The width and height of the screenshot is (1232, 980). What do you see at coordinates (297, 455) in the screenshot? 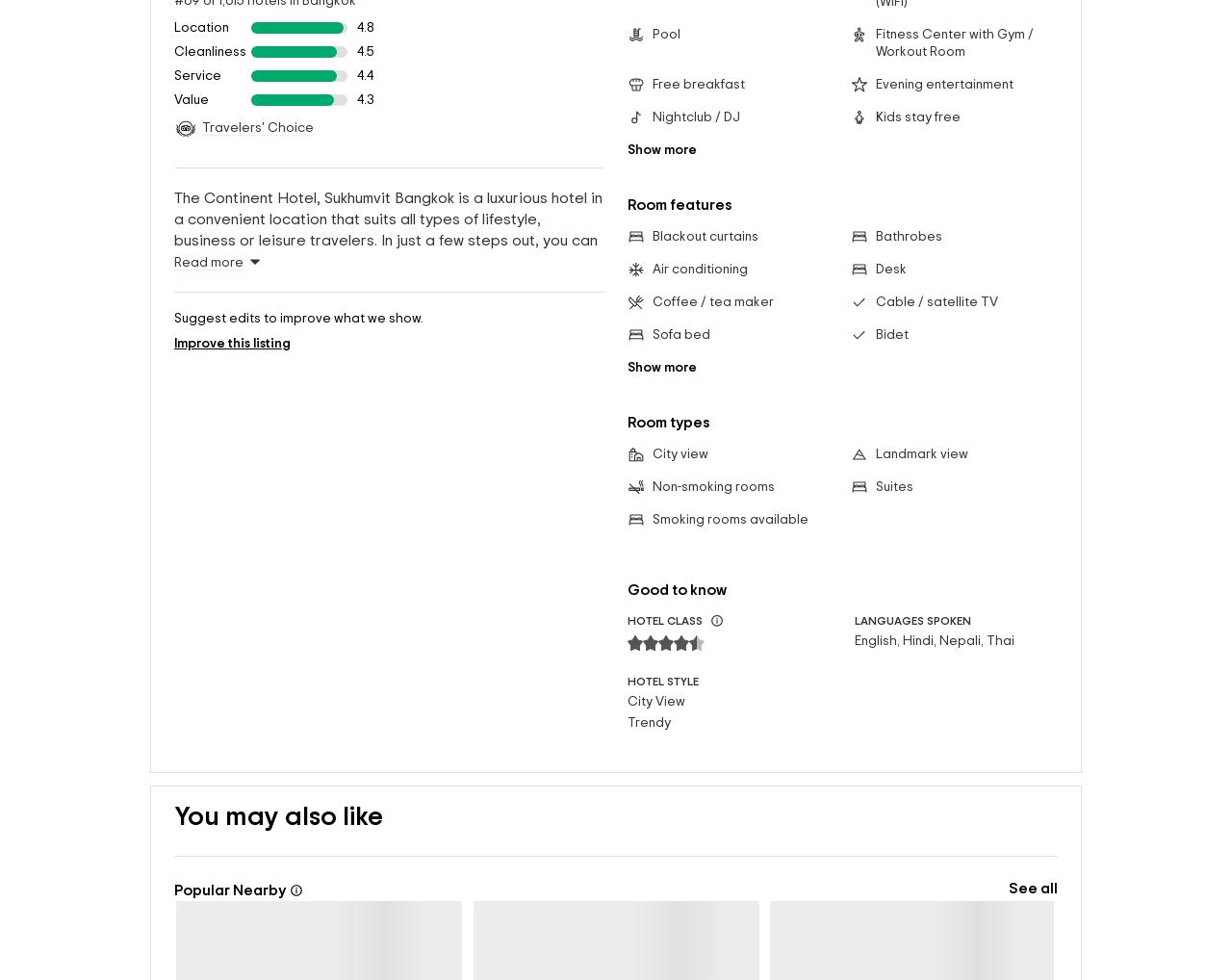
I see `'Suggest edits to improve what we show.'` at bounding box center [297, 455].